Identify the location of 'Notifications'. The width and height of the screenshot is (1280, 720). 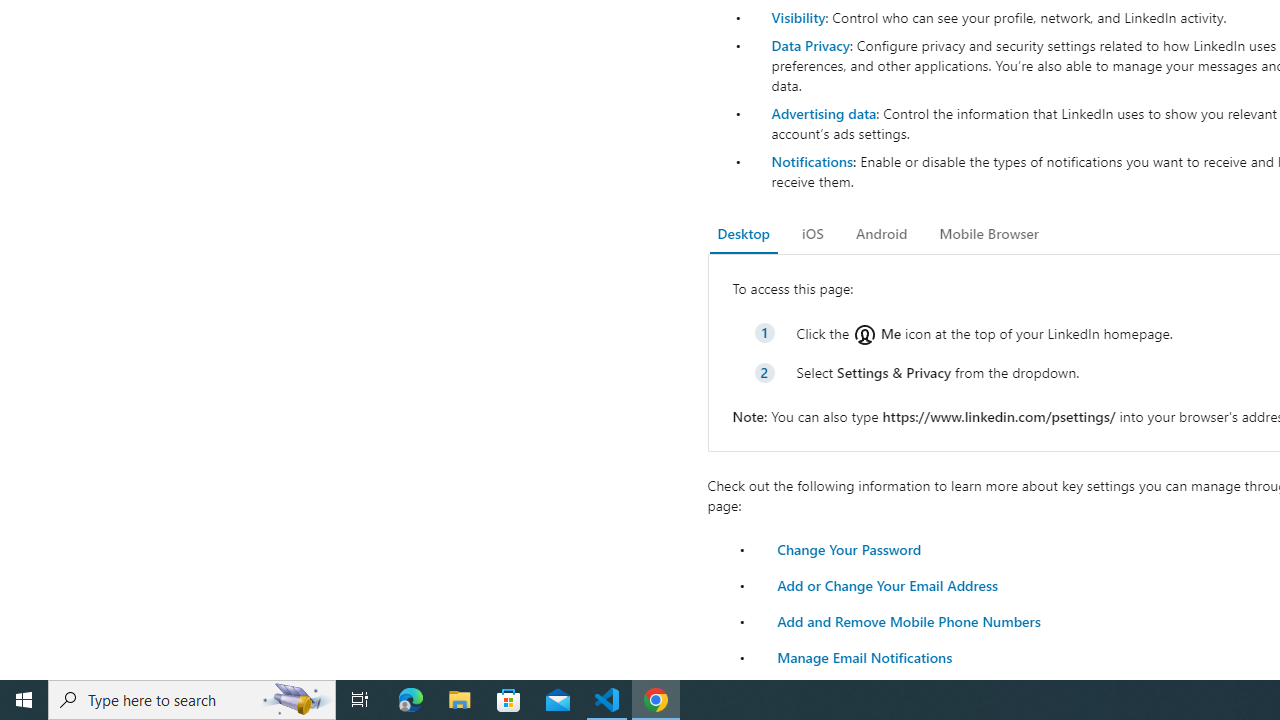
(811, 160).